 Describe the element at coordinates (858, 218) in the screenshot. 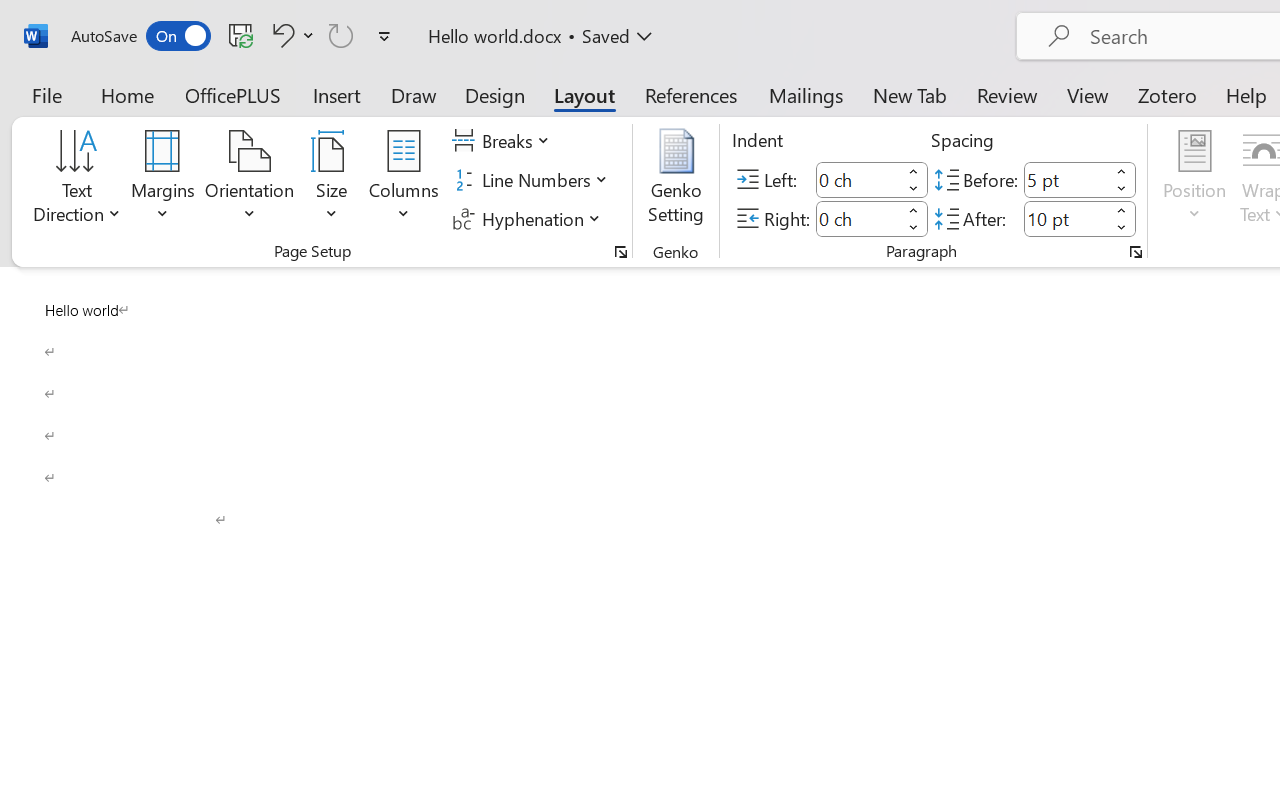

I see `'Indent Right'` at that location.